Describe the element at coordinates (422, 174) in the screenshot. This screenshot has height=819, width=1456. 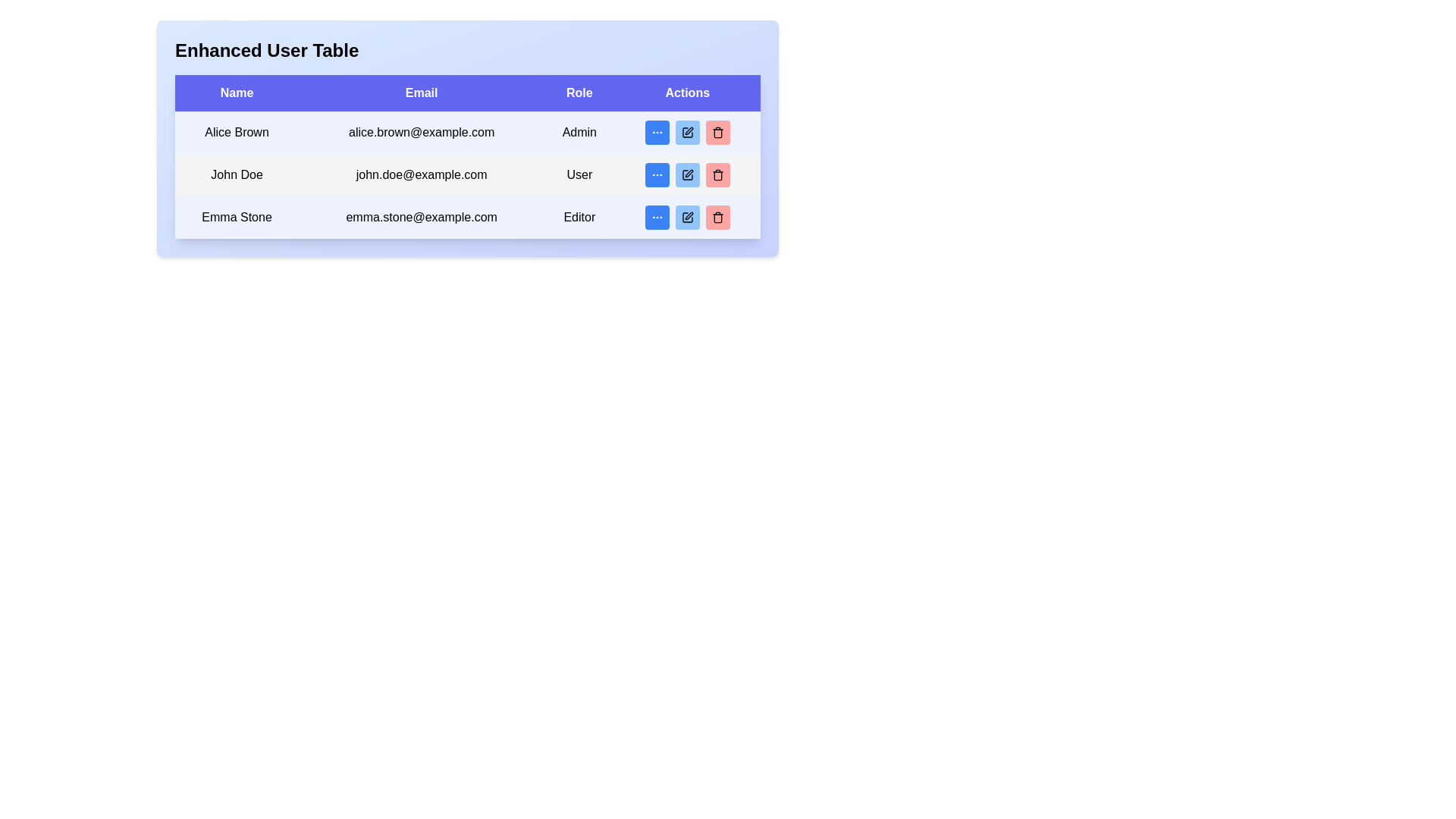
I see `the email address 'john.doe@example.com' displayed in black text within the second row of the table under the email header` at that location.